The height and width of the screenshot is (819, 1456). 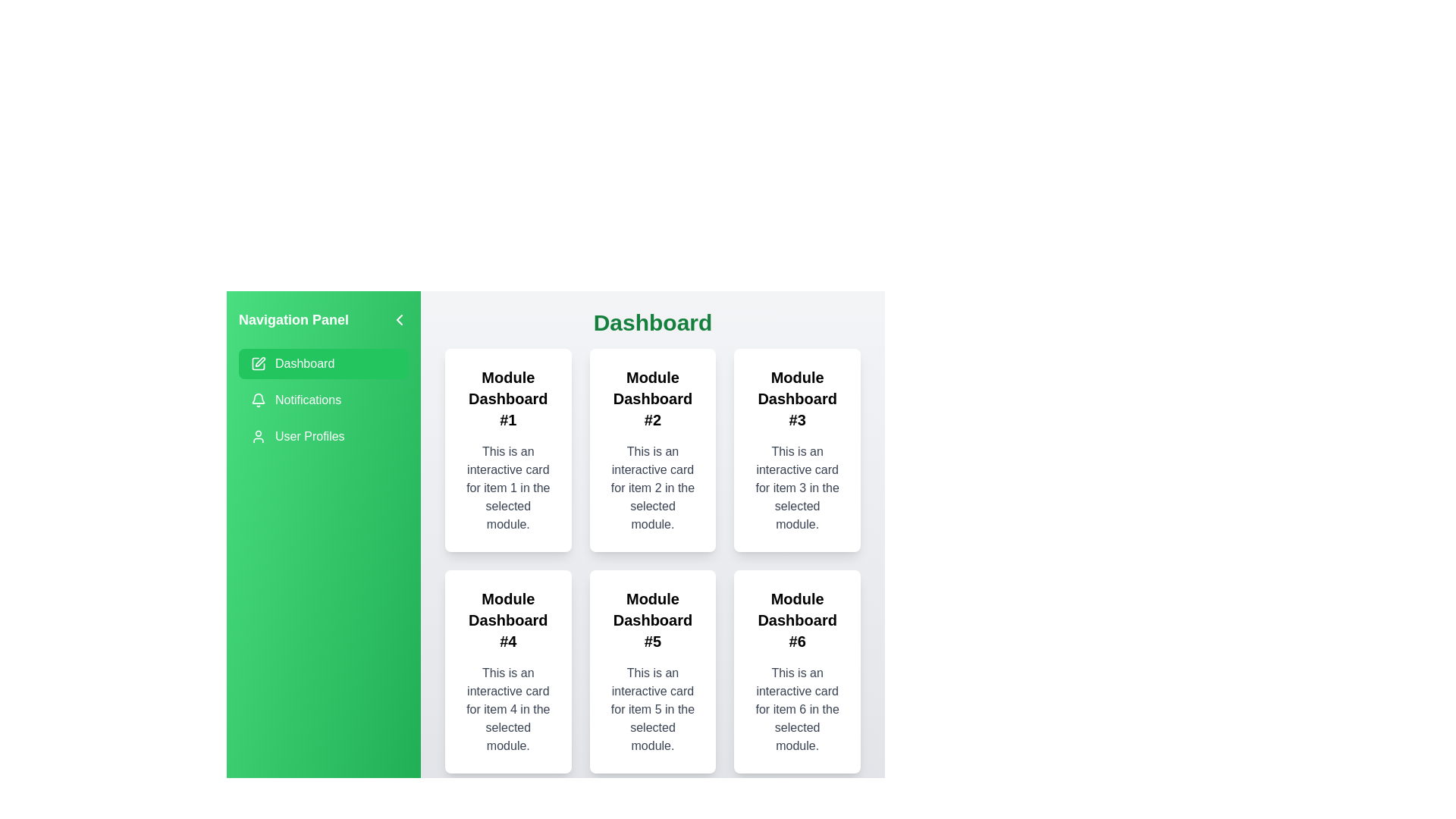 What do you see at coordinates (323, 400) in the screenshot?
I see `the module Notifications from the navigation panel` at bounding box center [323, 400].